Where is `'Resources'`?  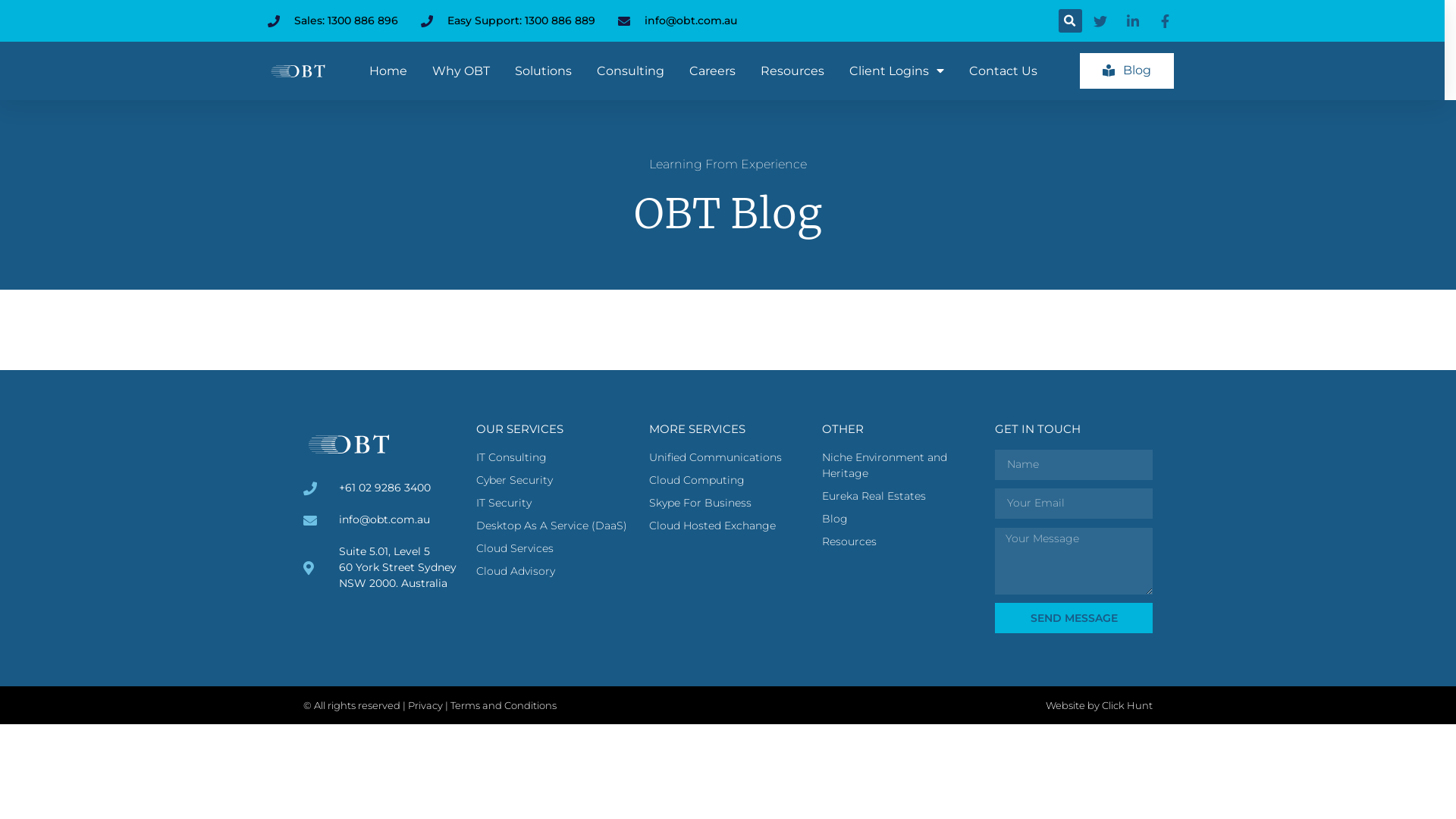
'Resources' is located at coordinates (792, 70).